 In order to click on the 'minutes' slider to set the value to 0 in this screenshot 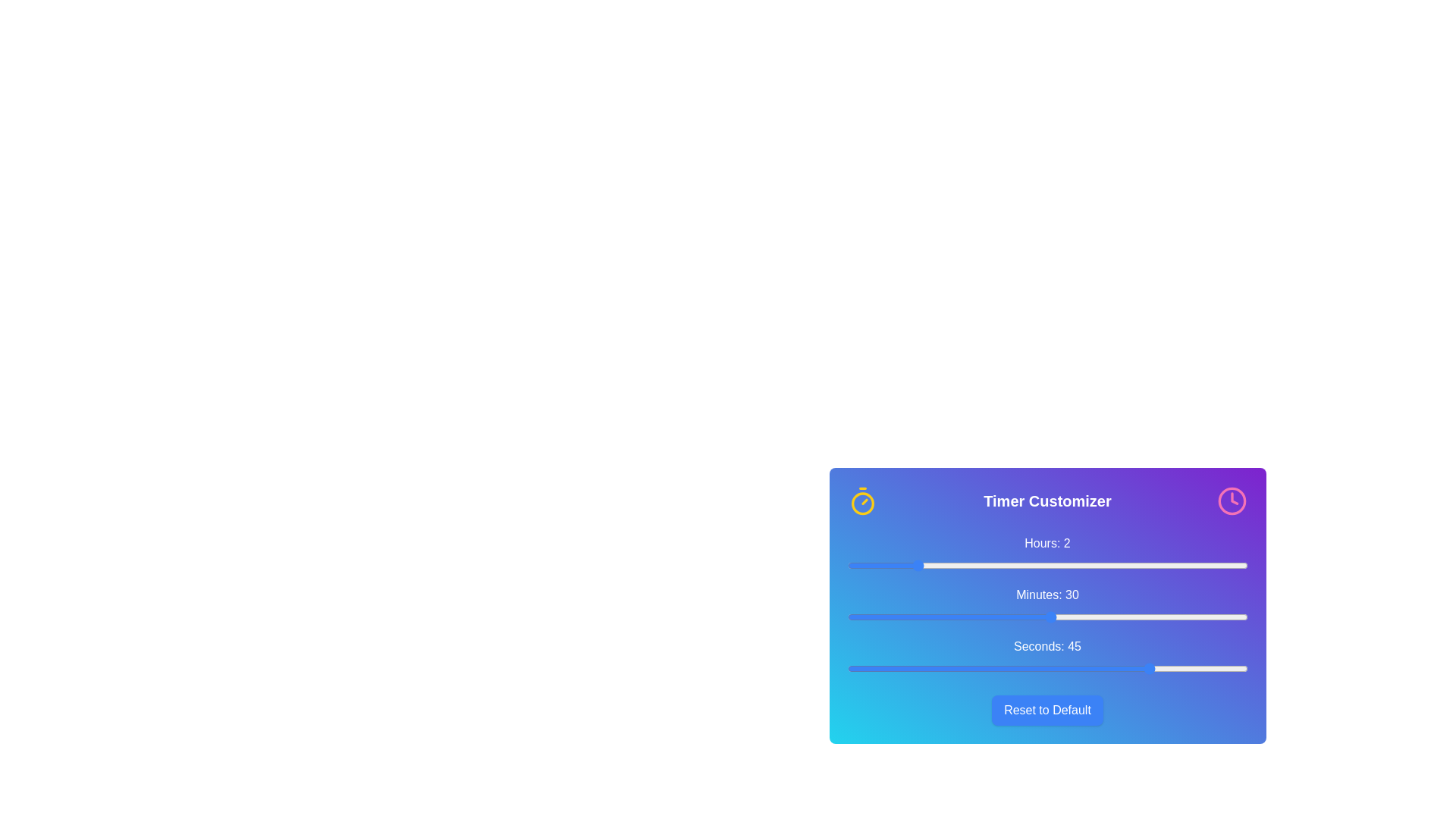, I will do `click(846, 617)`.